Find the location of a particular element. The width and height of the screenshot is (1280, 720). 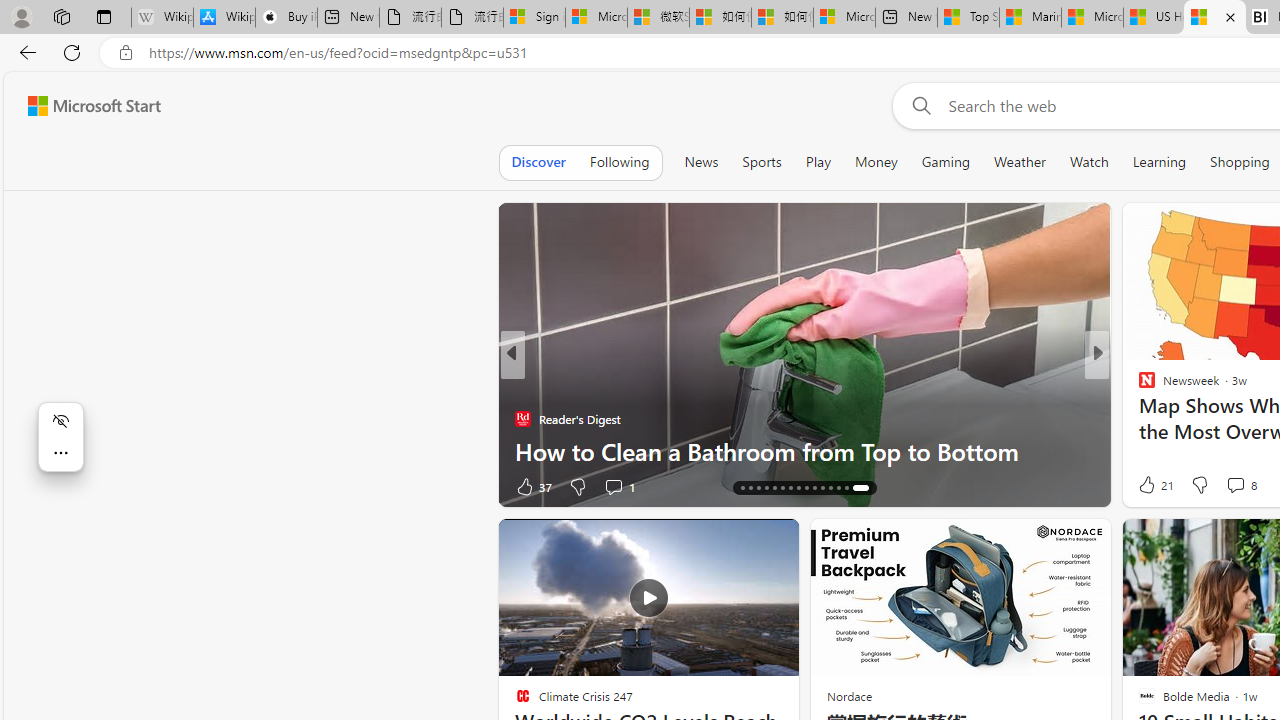

'21 Like' is located at coordinates (1154, 484).